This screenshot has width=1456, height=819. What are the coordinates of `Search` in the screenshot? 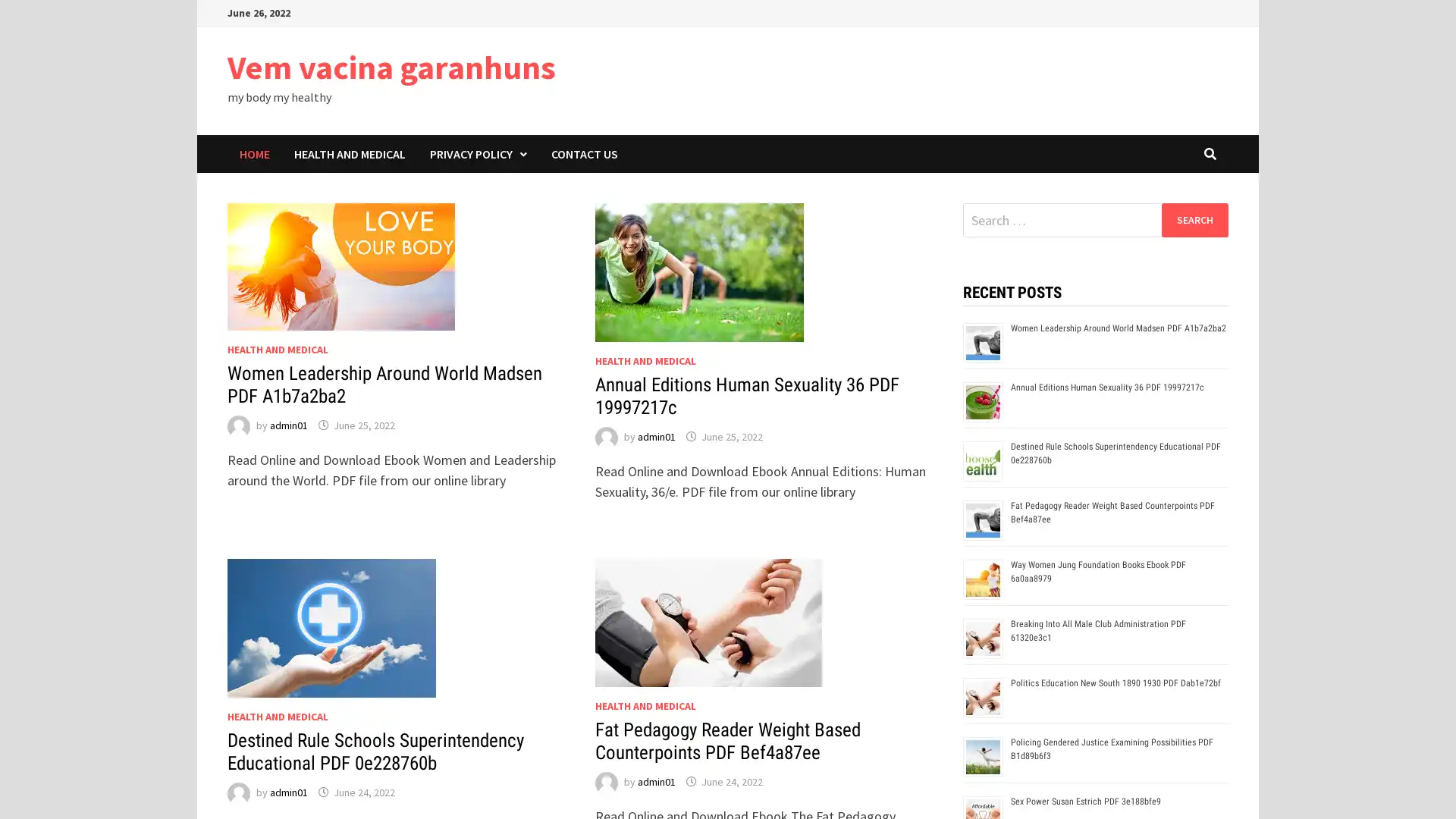 It's located at (1194, 219).